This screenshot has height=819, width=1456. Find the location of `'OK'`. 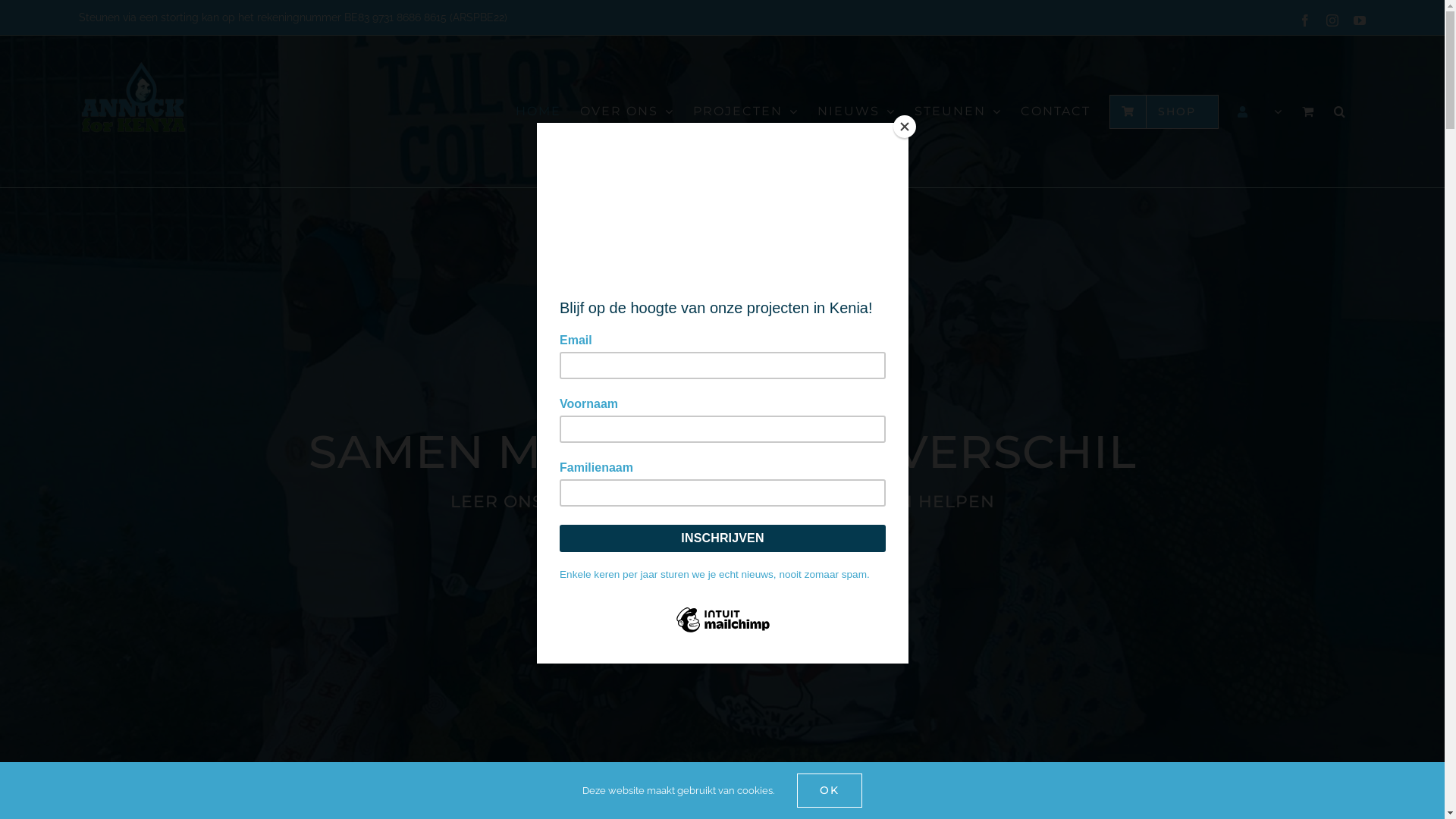

'OK' is located at coordinates (829, 789).